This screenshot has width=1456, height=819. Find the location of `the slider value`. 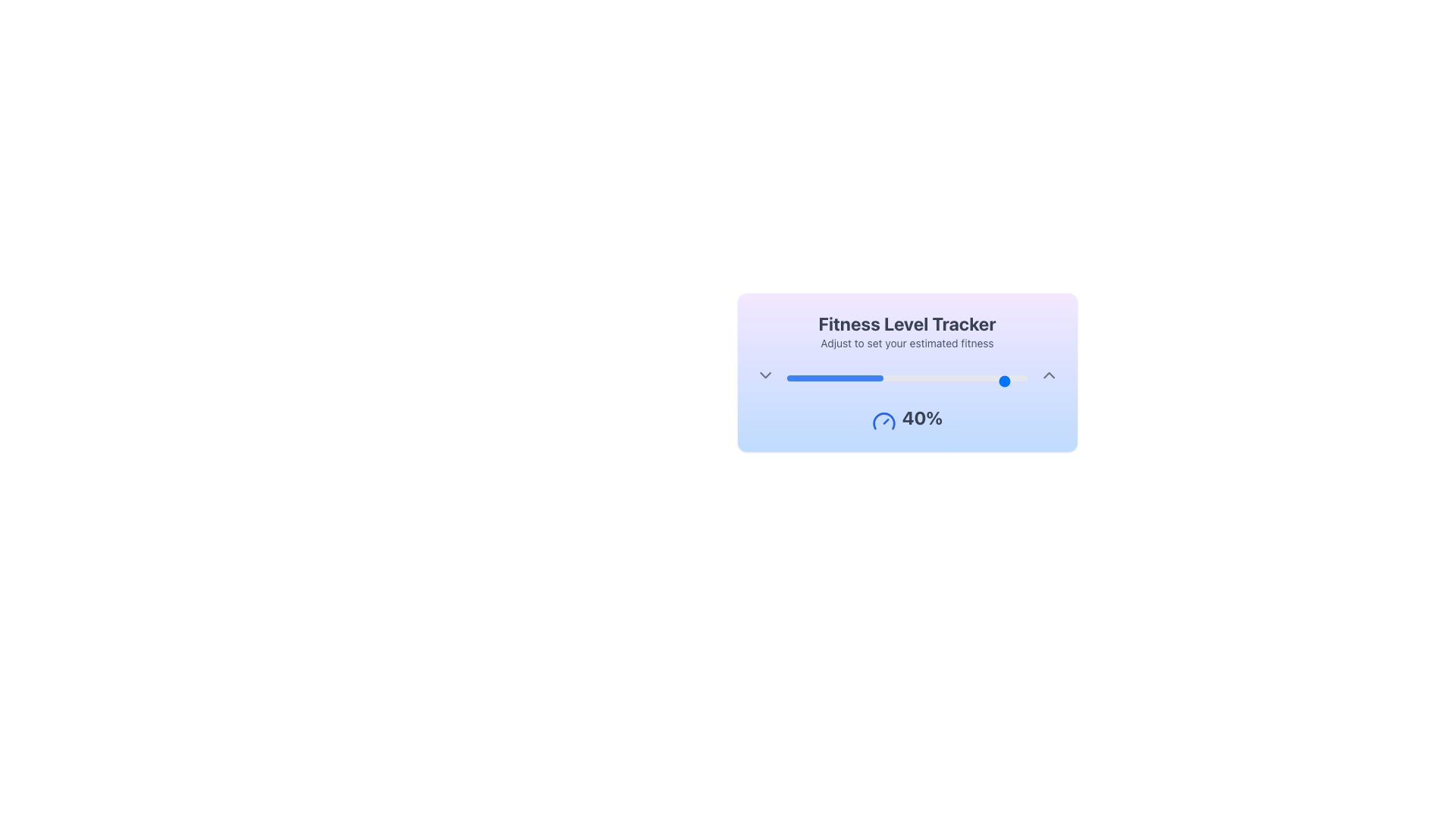

the slider value is located at coordinates (989, 375).